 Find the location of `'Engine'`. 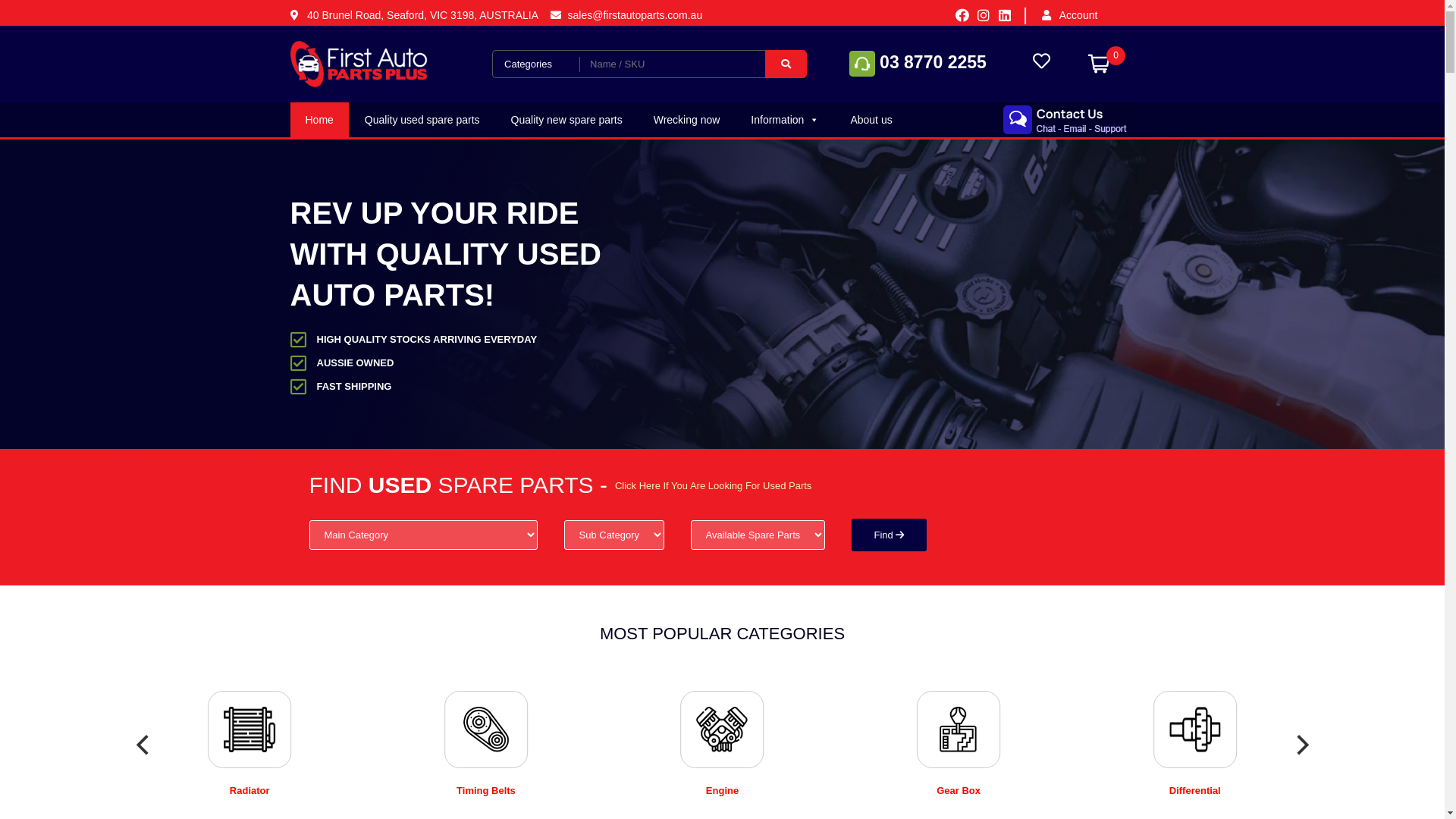

'Engine' is located at coordinates (721, 789).